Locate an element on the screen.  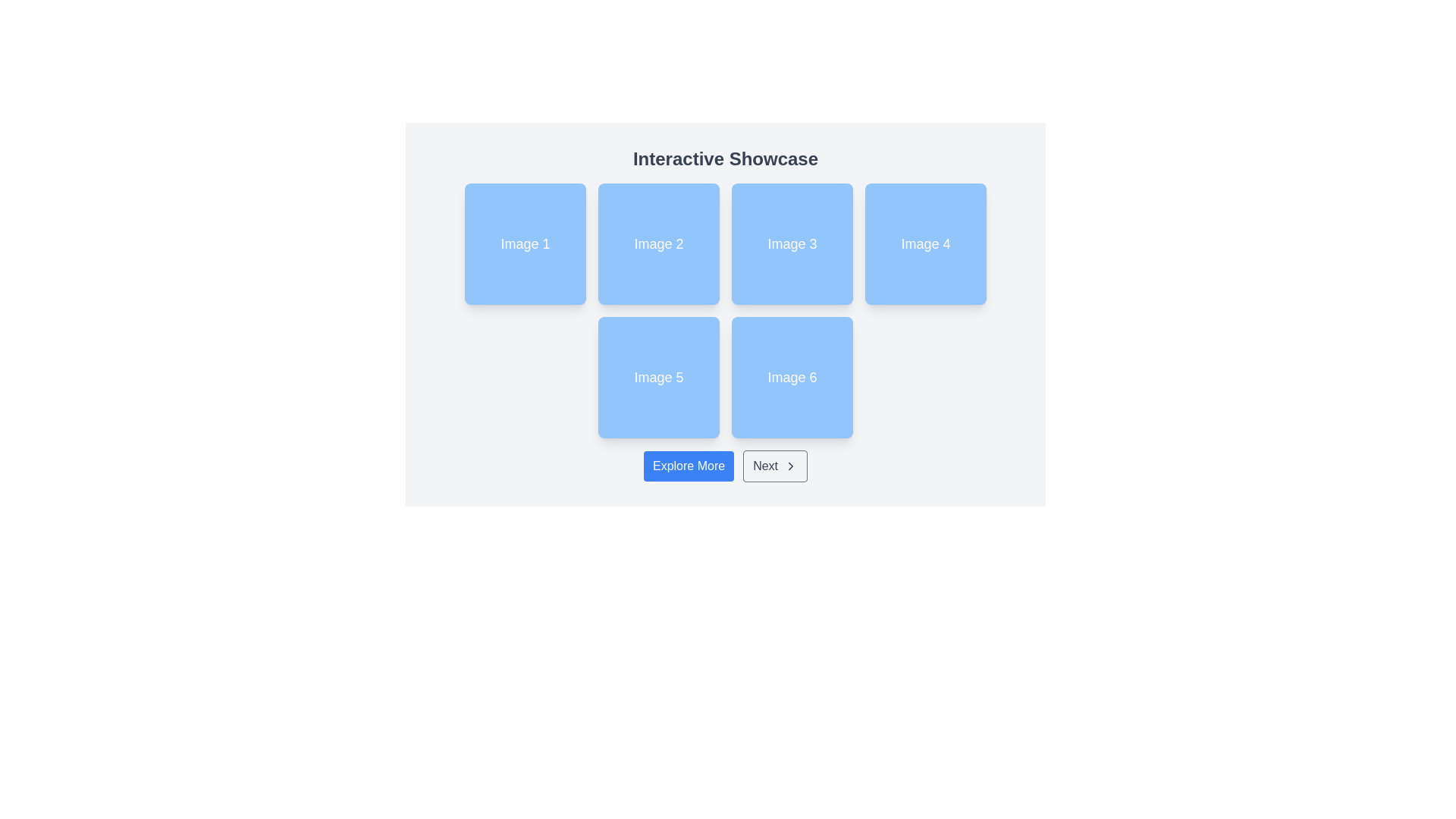
the small chevron-right icon within the 'Next' button located at the right of the main navigation area, adjacent to the 'Explore More' button is located at coordinates (789, 465).